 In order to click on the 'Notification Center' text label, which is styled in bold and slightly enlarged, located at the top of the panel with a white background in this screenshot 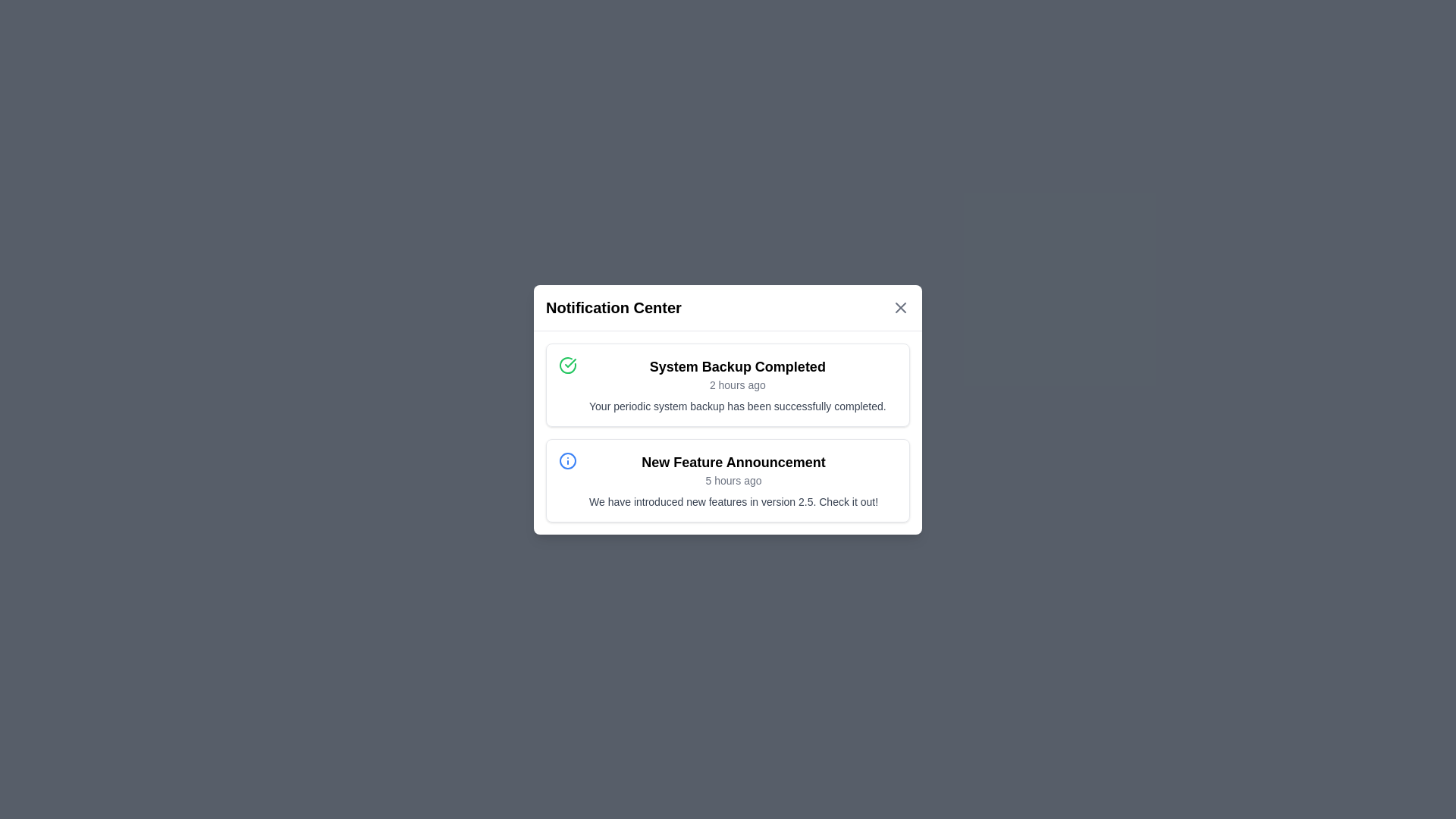, I will do `click(613, 307)`.